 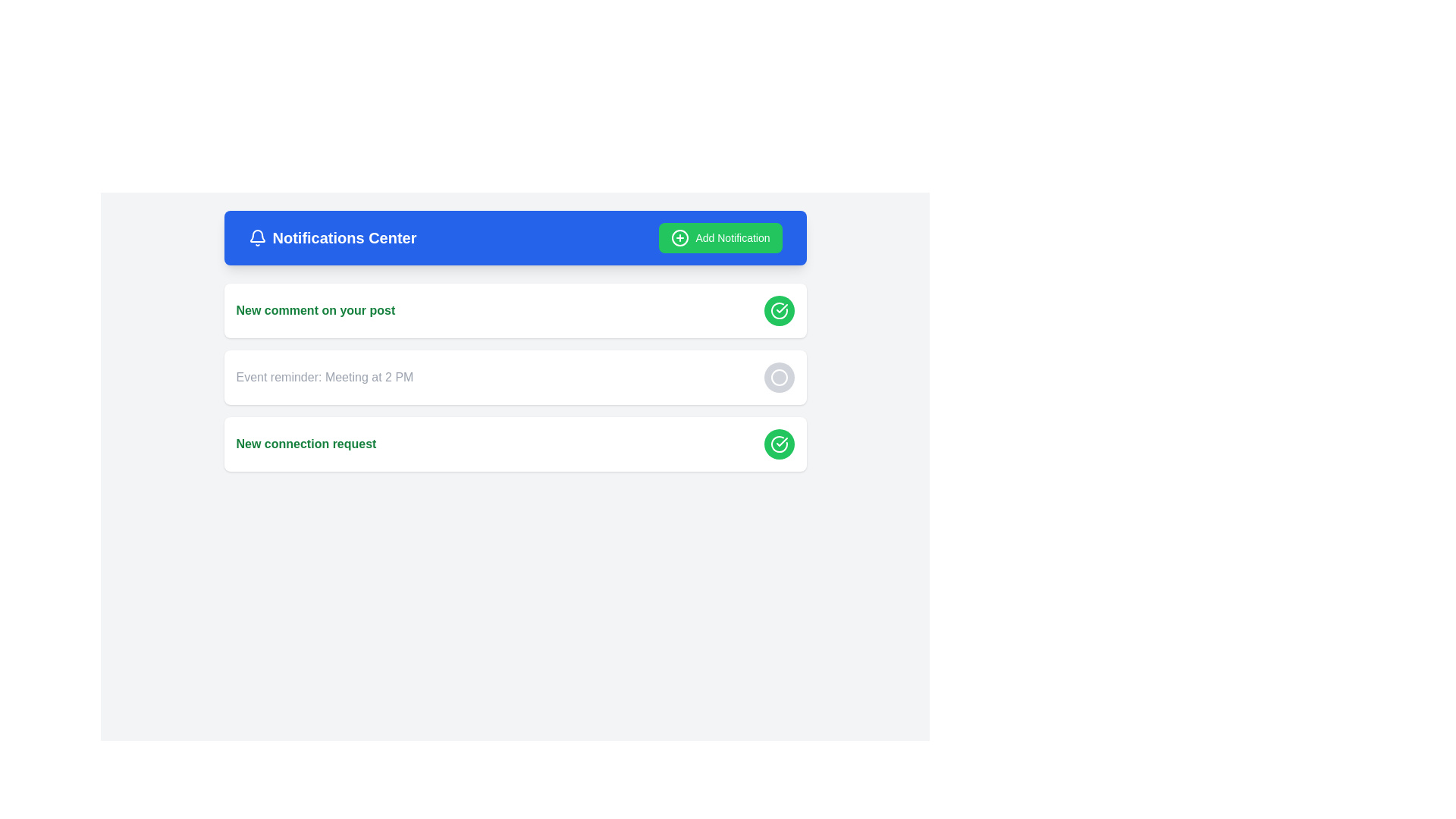 What do you see at coordinates (257, 236) in the screenshot?
I see `the bell icon representing notifications located in the top bar, to the left of 'Notifications Center'` at bounding box center [257, 236].